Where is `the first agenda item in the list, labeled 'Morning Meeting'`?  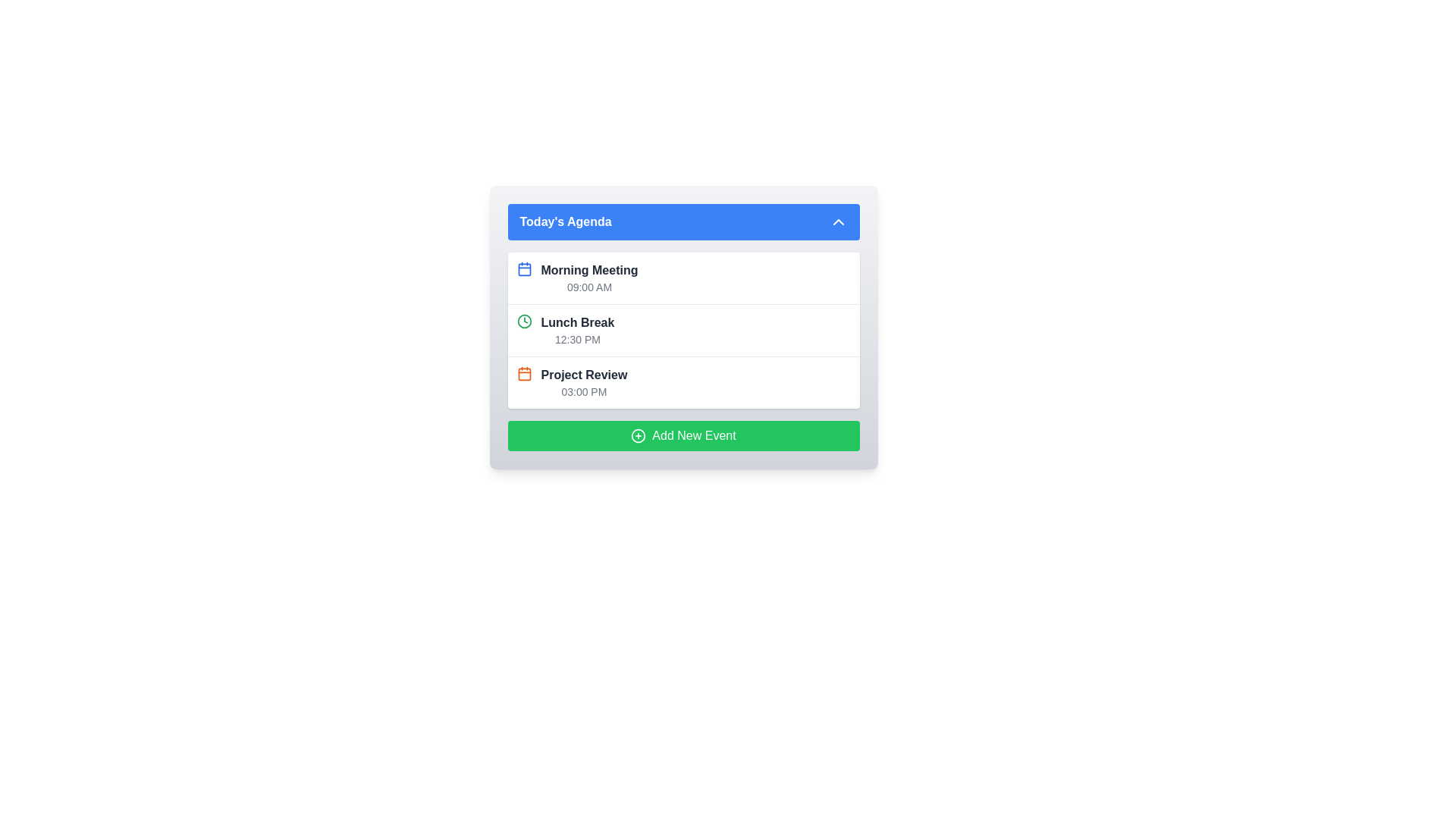
the first agenda item in the list, labeled 'Morning Meeting' is located at coordinates (588, 278).